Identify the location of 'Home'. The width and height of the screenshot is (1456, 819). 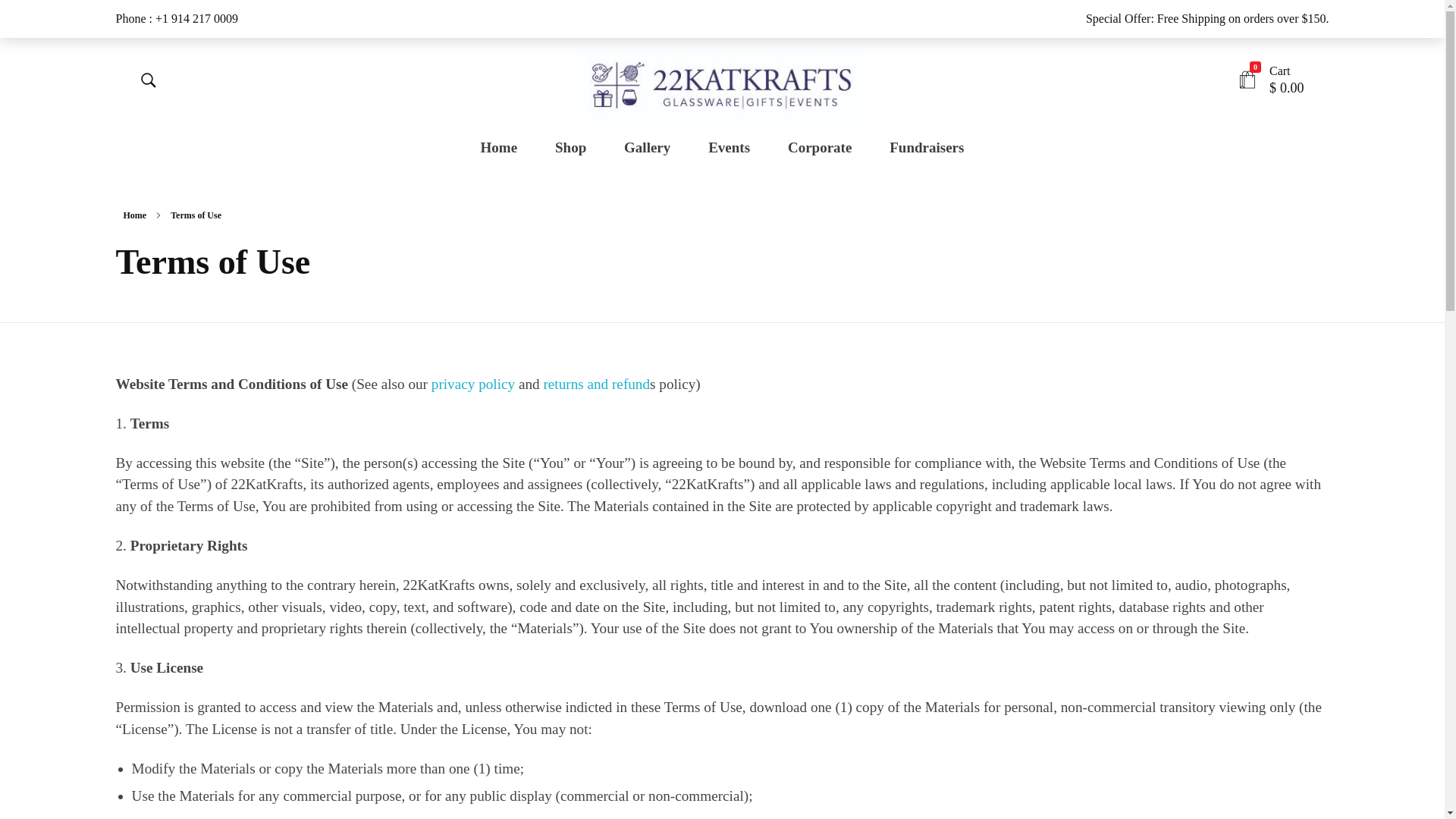
(508, 148).